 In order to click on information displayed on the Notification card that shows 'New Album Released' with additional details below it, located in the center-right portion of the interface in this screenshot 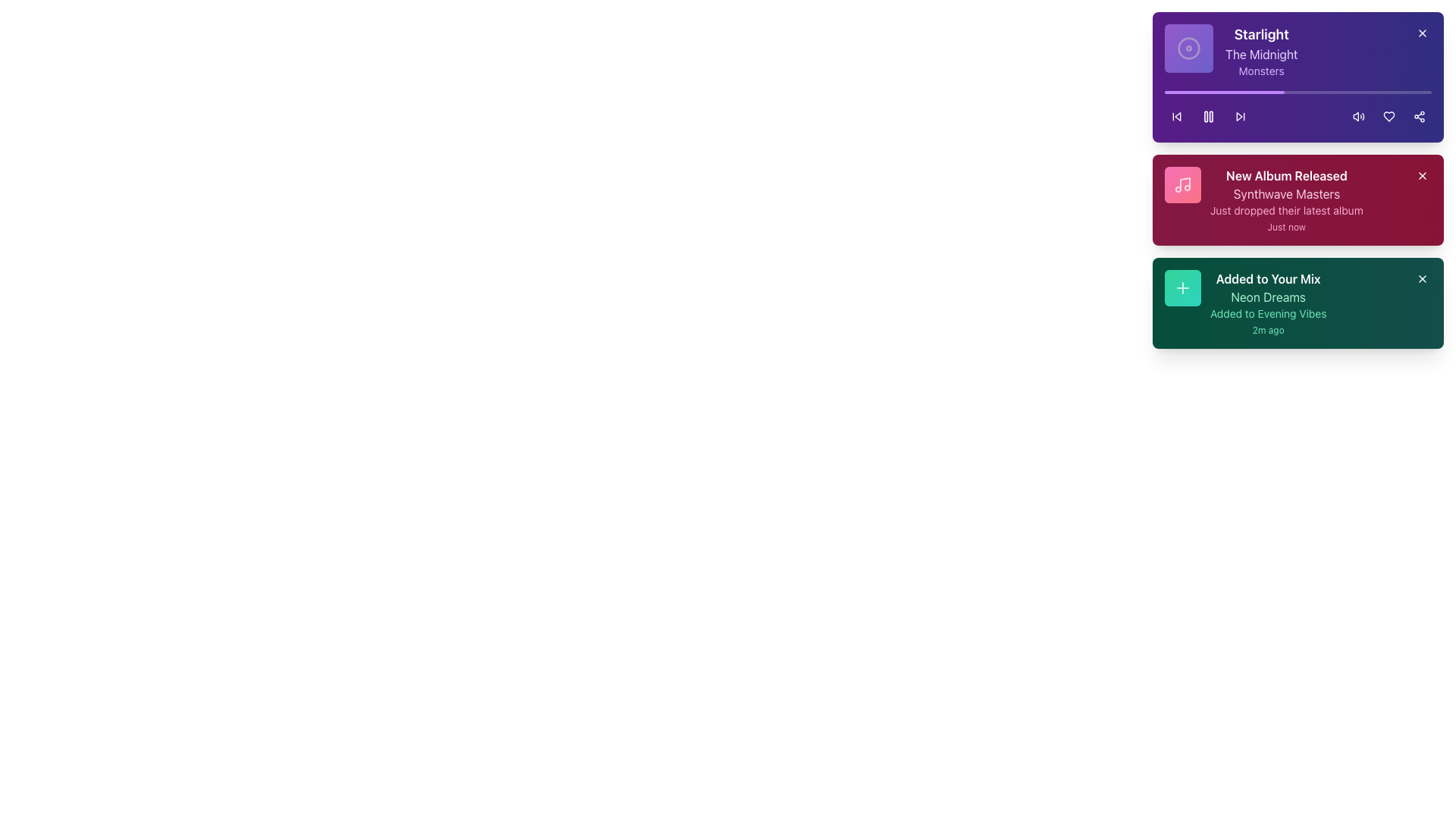, I will do `click(1285, 199)`.